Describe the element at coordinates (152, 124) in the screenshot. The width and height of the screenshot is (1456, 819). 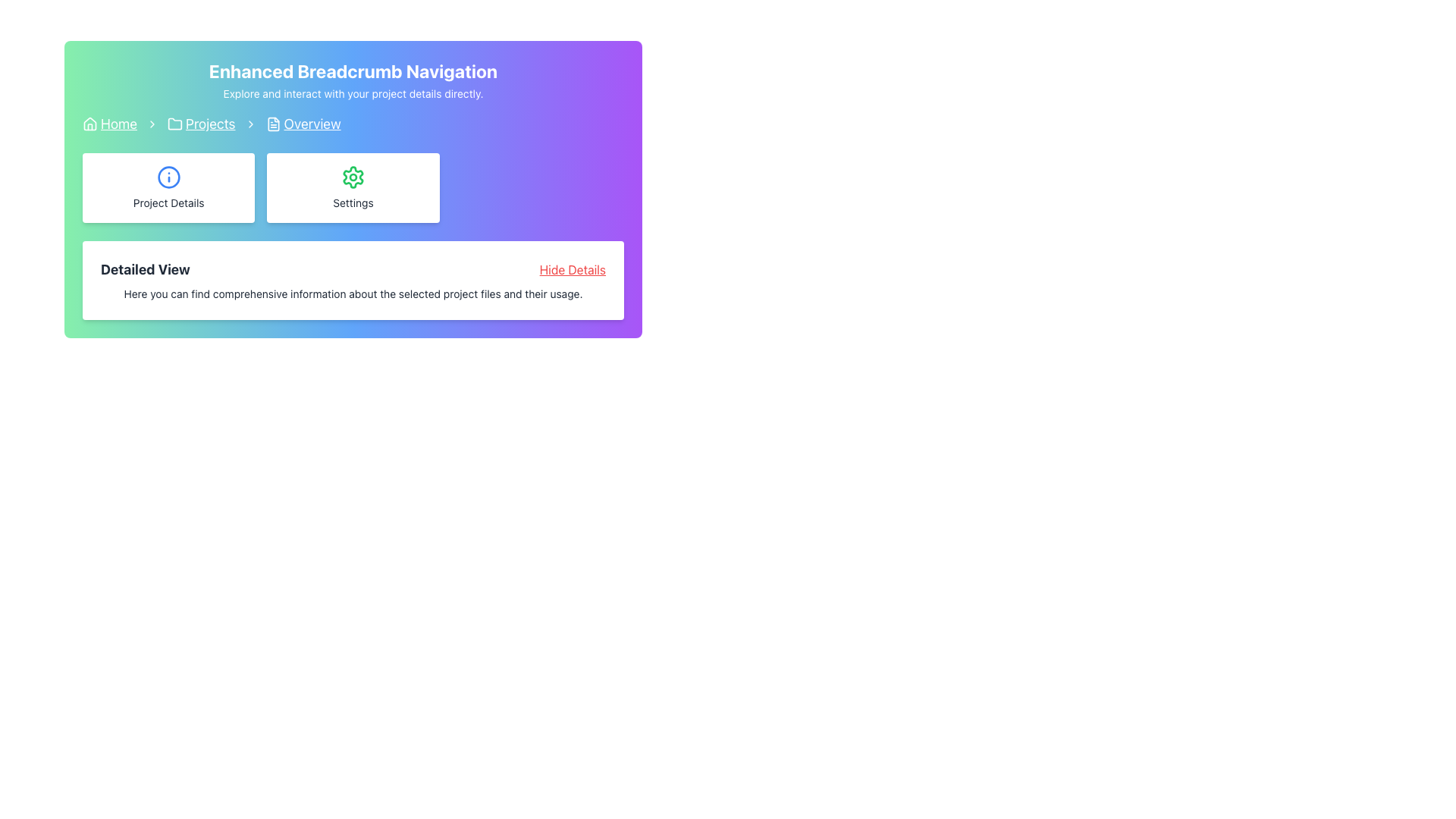
I see `the rightward-pointing chevron arrow icon located in the breadcrumb navigation between the 'Home' label and the 'Projects' label` at that location.